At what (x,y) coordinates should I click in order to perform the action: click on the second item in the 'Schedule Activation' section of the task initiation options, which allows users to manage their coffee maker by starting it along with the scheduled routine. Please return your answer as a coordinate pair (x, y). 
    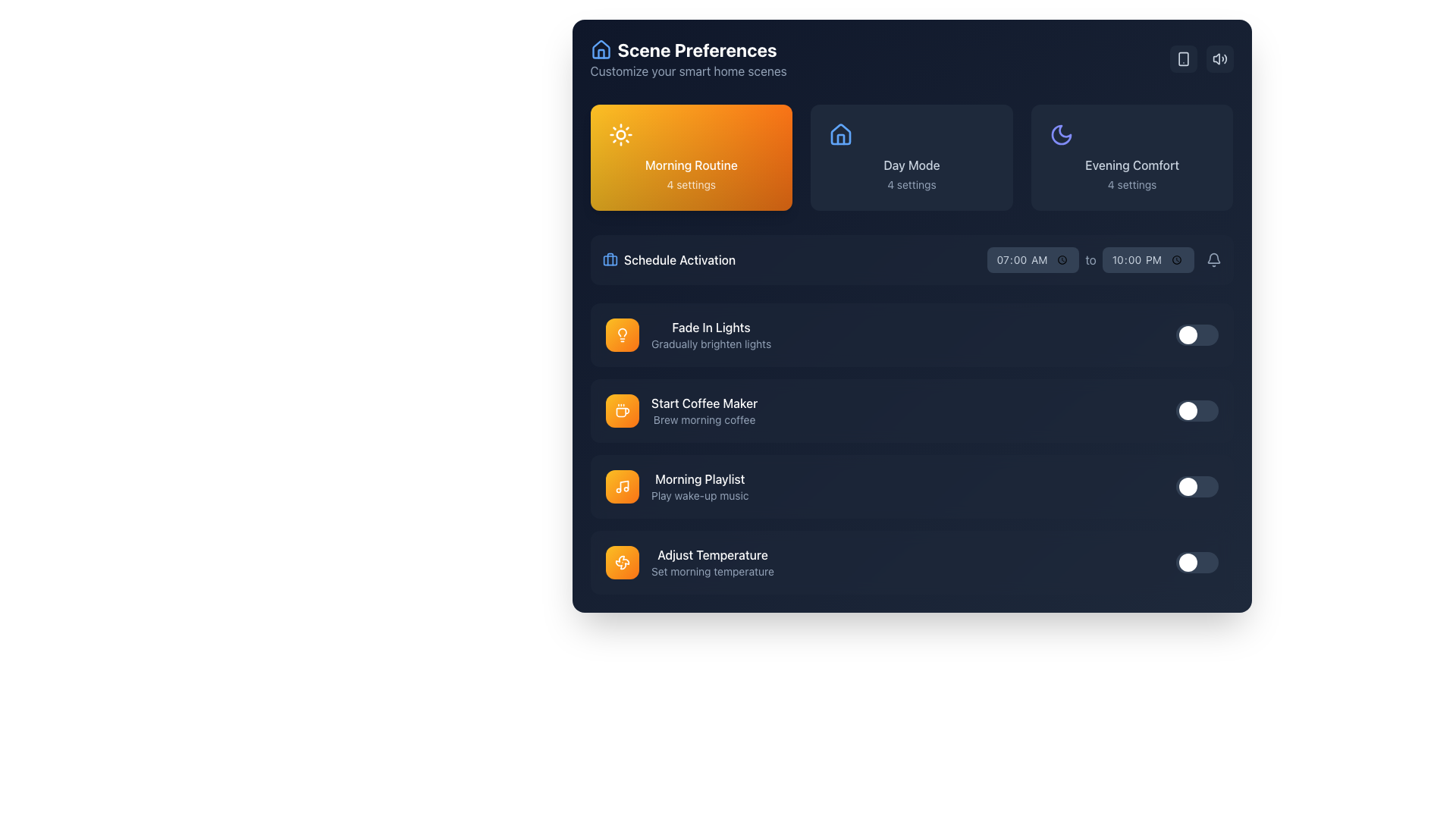
    Looking at the image, I should click on (680, 411).